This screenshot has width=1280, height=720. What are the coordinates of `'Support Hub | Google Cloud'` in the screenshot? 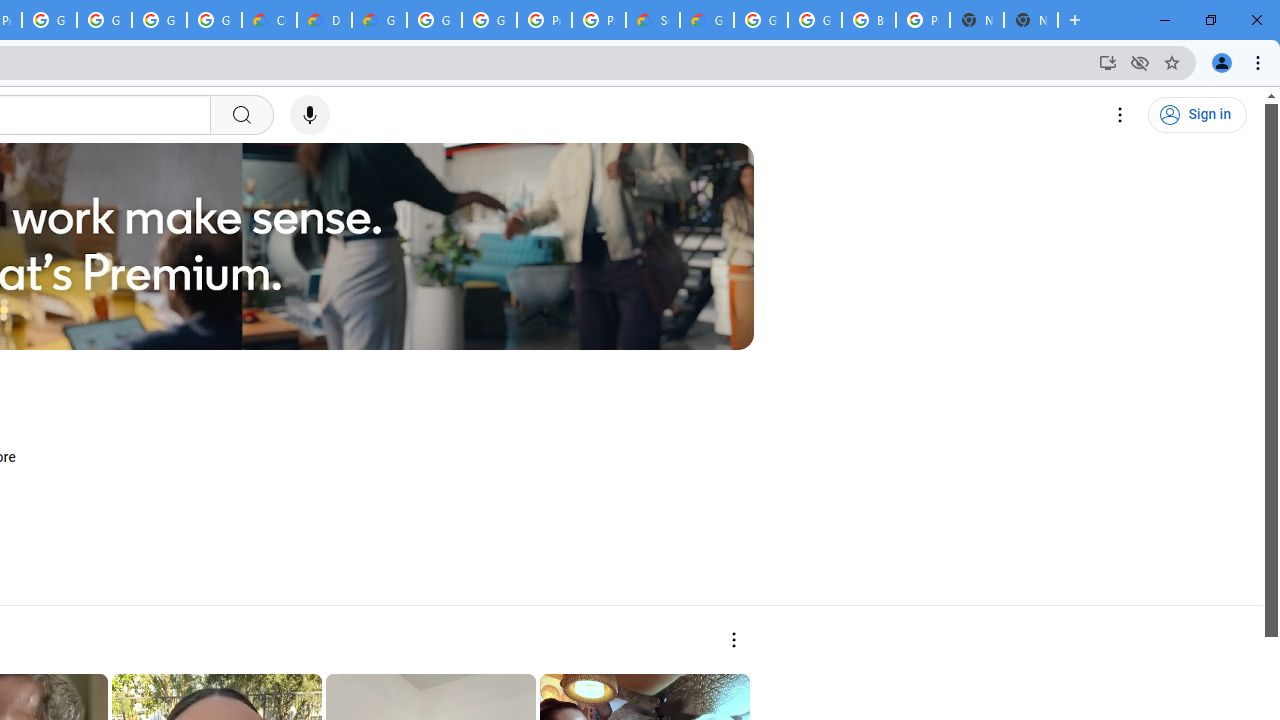 It's located at (652, 20).